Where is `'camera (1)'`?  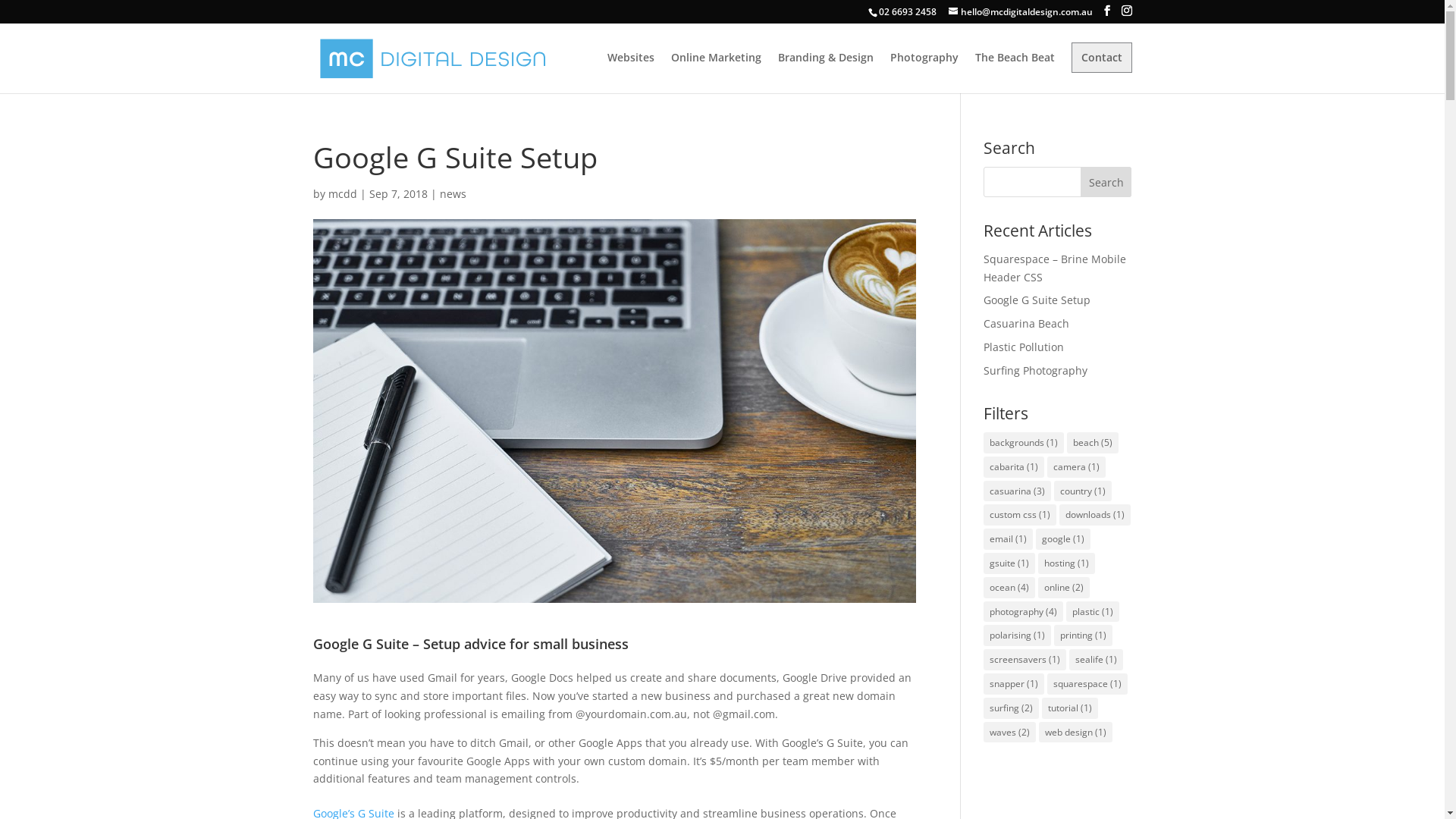
'camera (1)' is located at coordinates (1075, 466).